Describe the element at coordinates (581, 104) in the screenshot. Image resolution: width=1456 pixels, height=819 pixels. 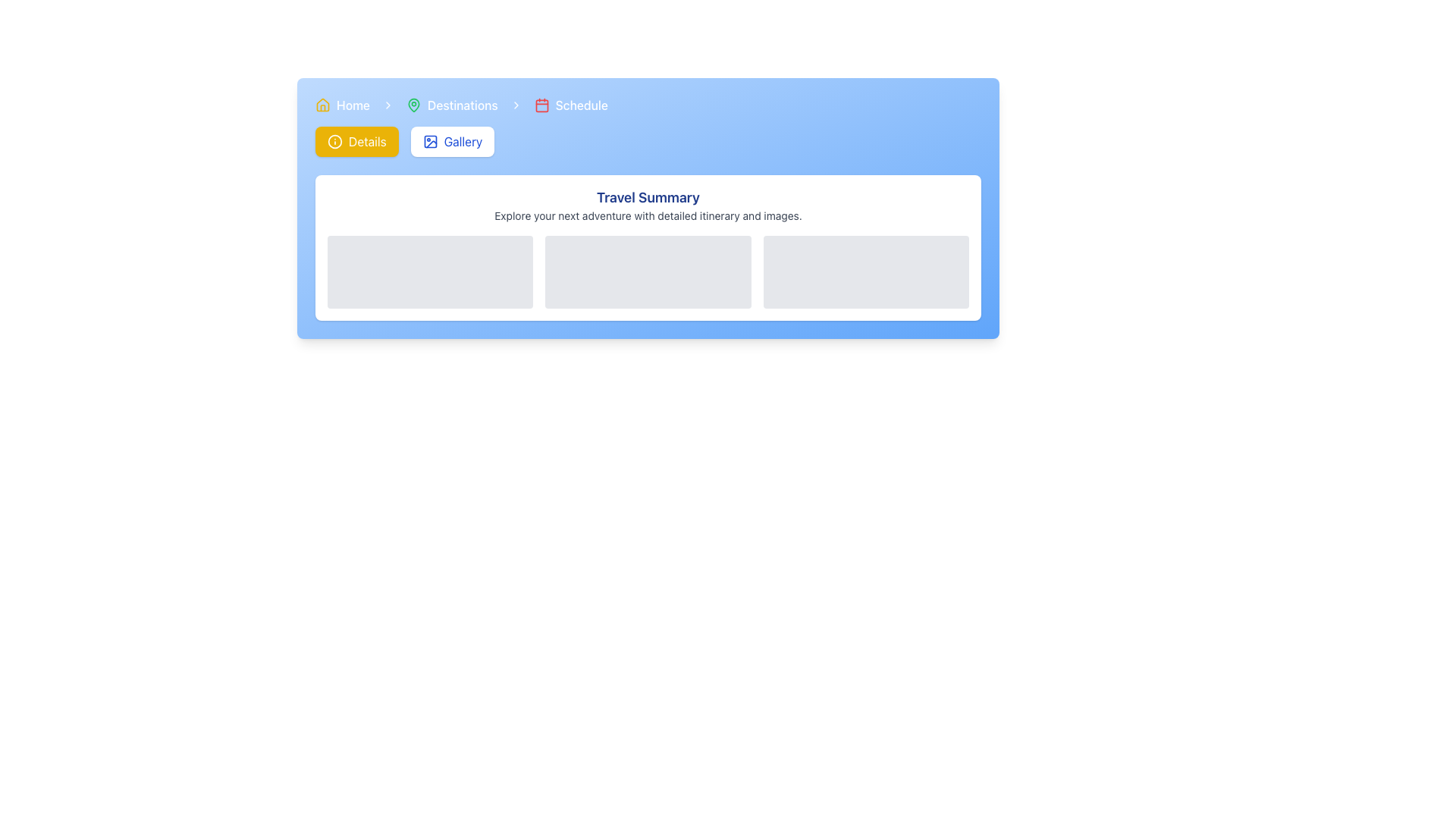
I see `the 'Schedule' text label in the breadcrumb navigation bar that indicates the current page context` at that location.